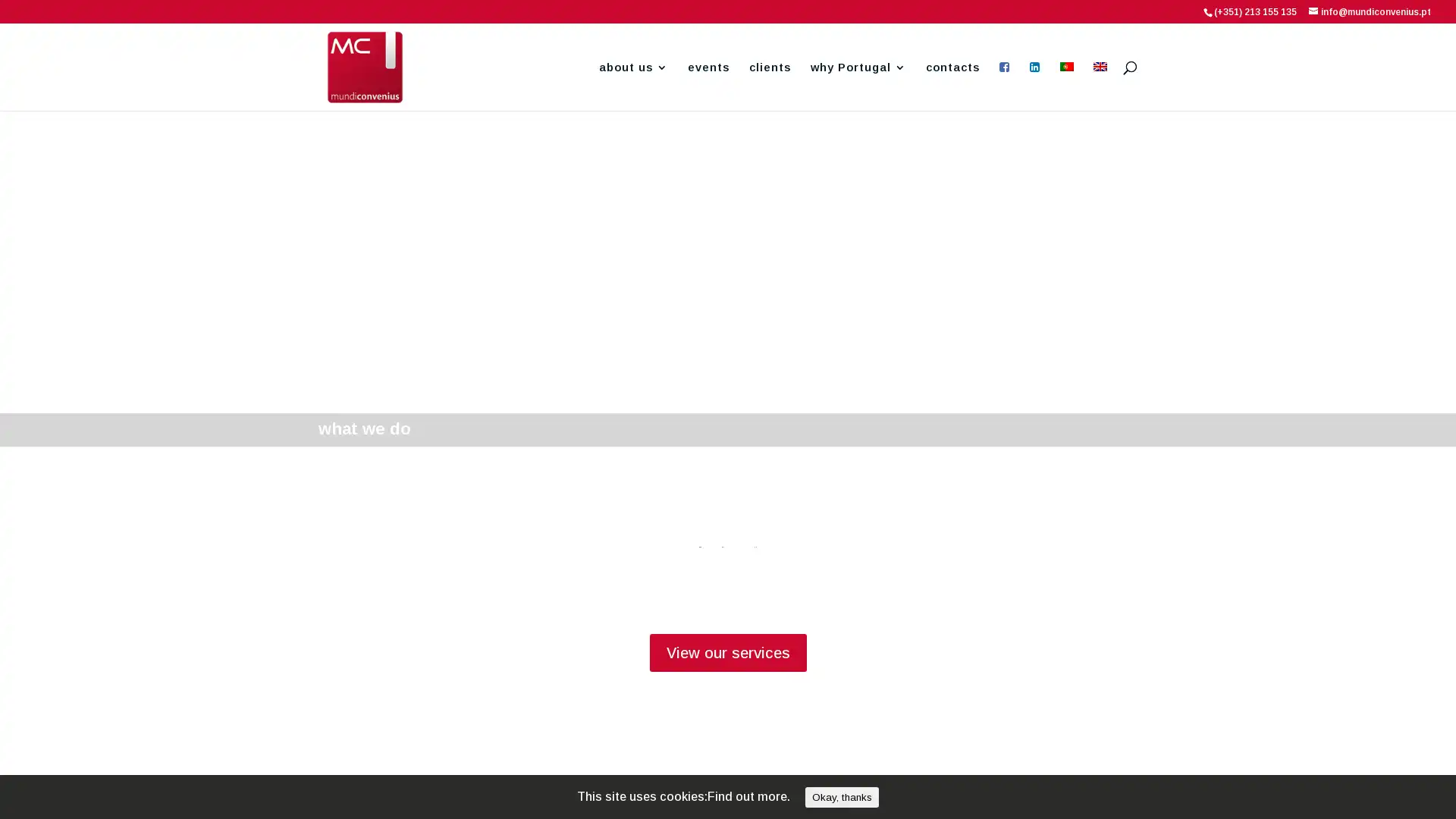 Image resolution: width=1456 pixels, height=819 pixels. I want to click on Okay, thanks, so click(841, 796).